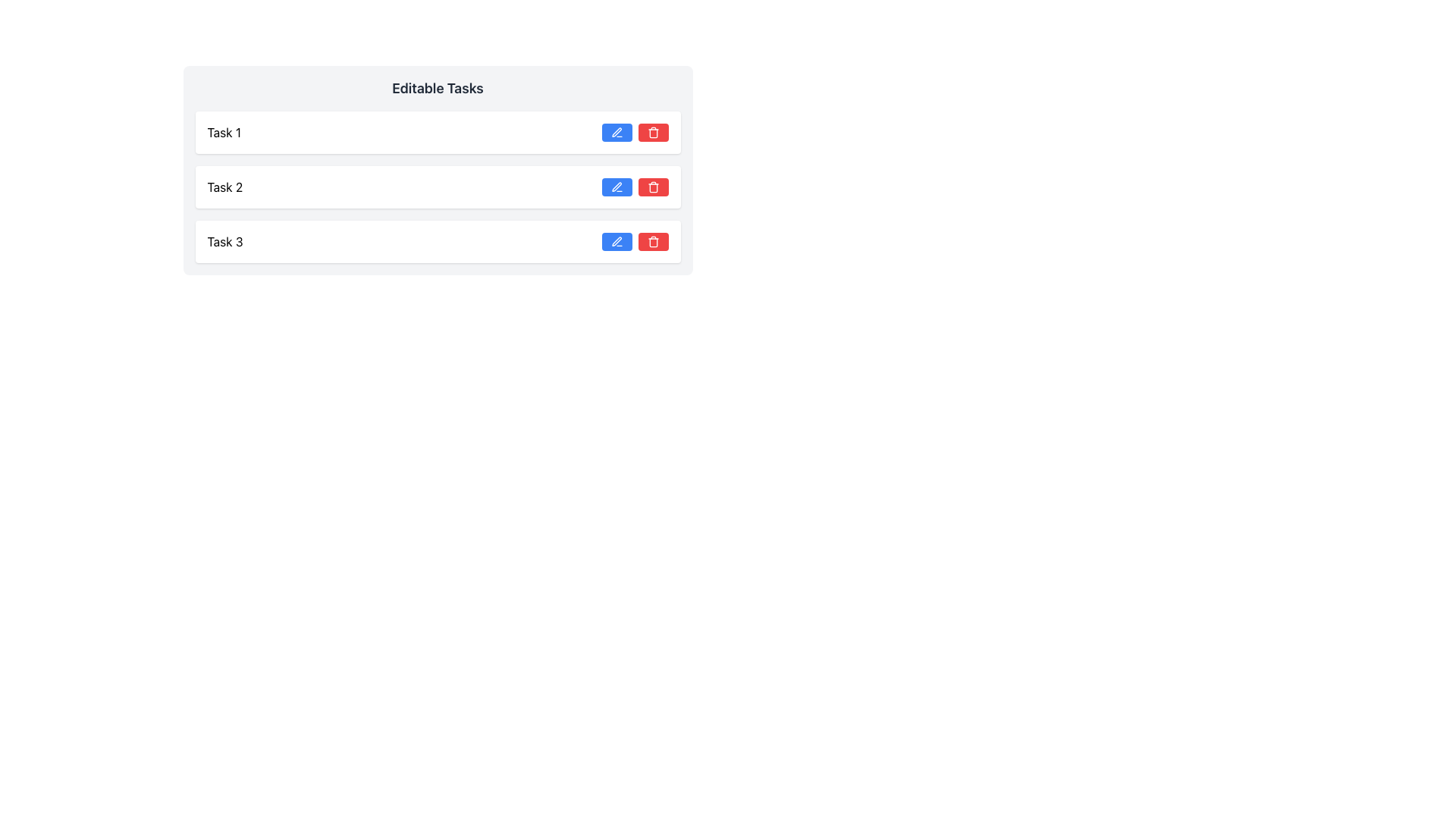 The height and width of the screenshot is (819, 1456). Describe the element at coordinates (617, 131) in the screenshot. I see `the edit icon styled as a pen with a line underneath it, which is positioned at the top task row as the leftmost icon among interactive icons` at that location.